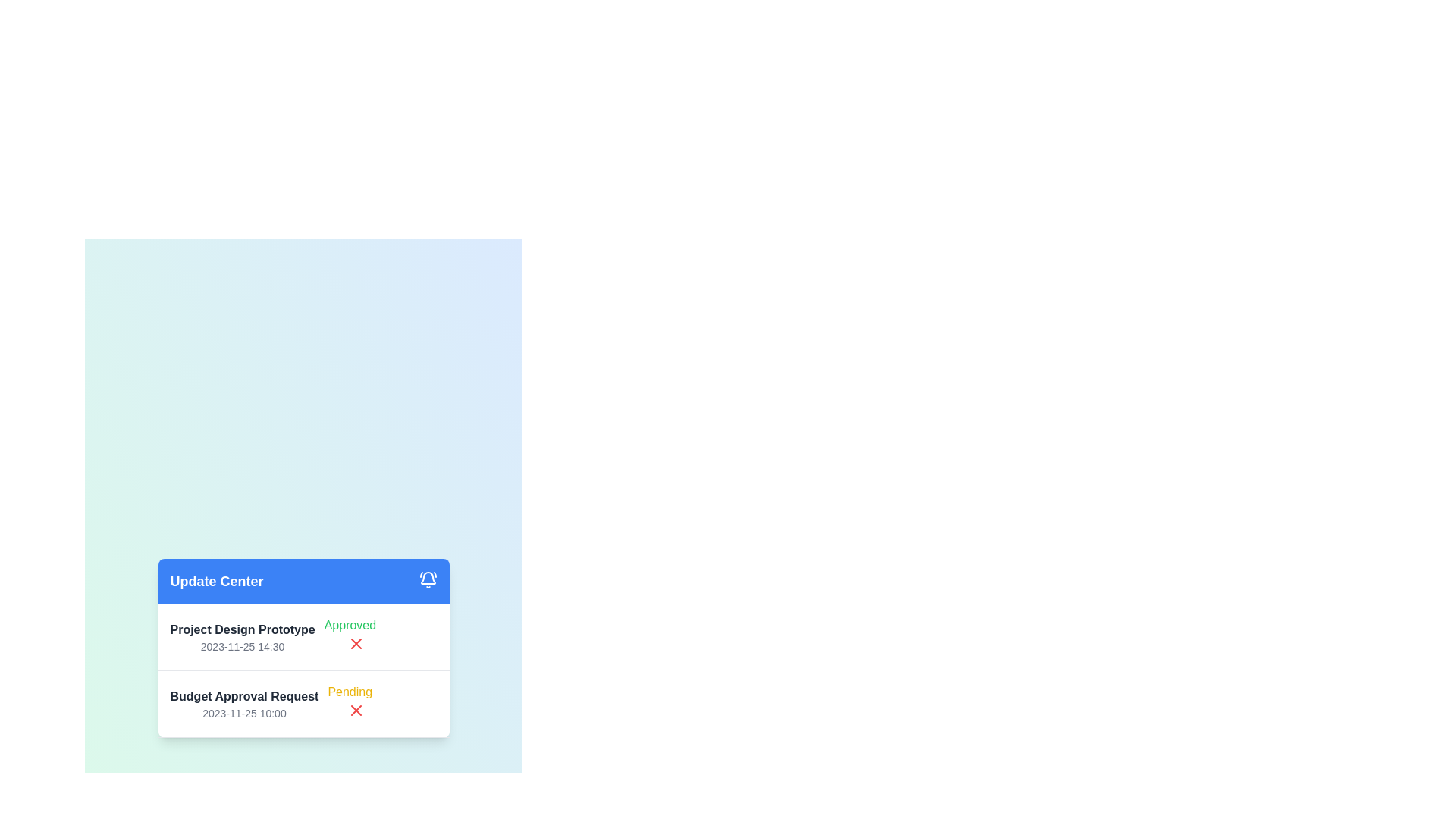 This screenshot has height=819, width=1456. Describe the element at coordinates (349, 637) in the screenshot. I see `the 'Approved' text label, which is styled in bold green and located in the second column of the row for 'Project Design Prototype'` at that location.